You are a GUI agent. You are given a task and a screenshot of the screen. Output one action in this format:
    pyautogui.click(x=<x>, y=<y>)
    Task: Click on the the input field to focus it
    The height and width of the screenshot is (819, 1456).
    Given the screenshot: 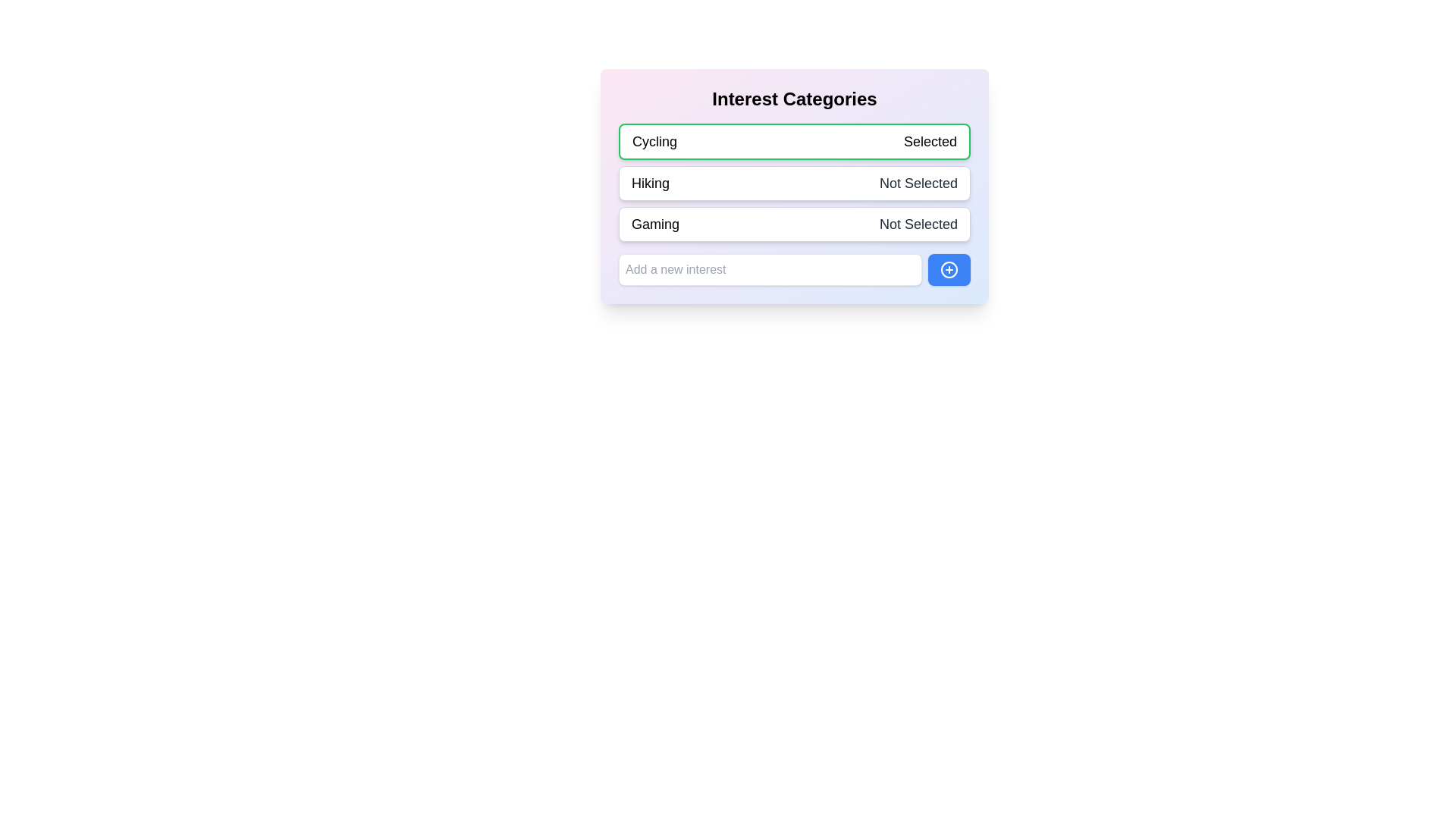 What is the action you would take?
    pyautogui.click(x=770, y=268)
    